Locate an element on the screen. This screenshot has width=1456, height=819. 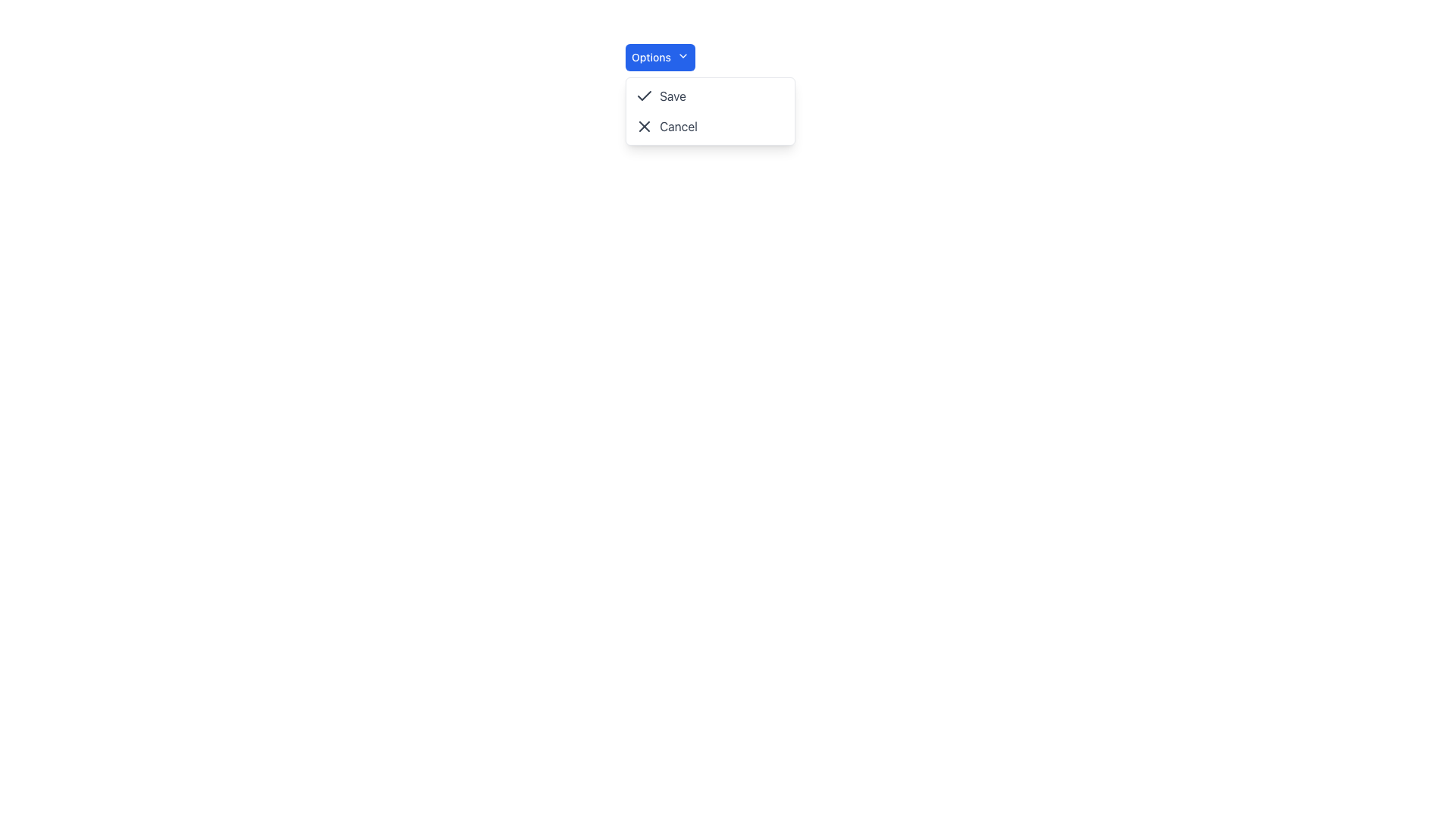
the 'Cancel' option in the dropdown menu, which is positioned below the 'Options' button and contains two options labeled 'Save' and 'Cancel' is located at coordinates (710, 110).